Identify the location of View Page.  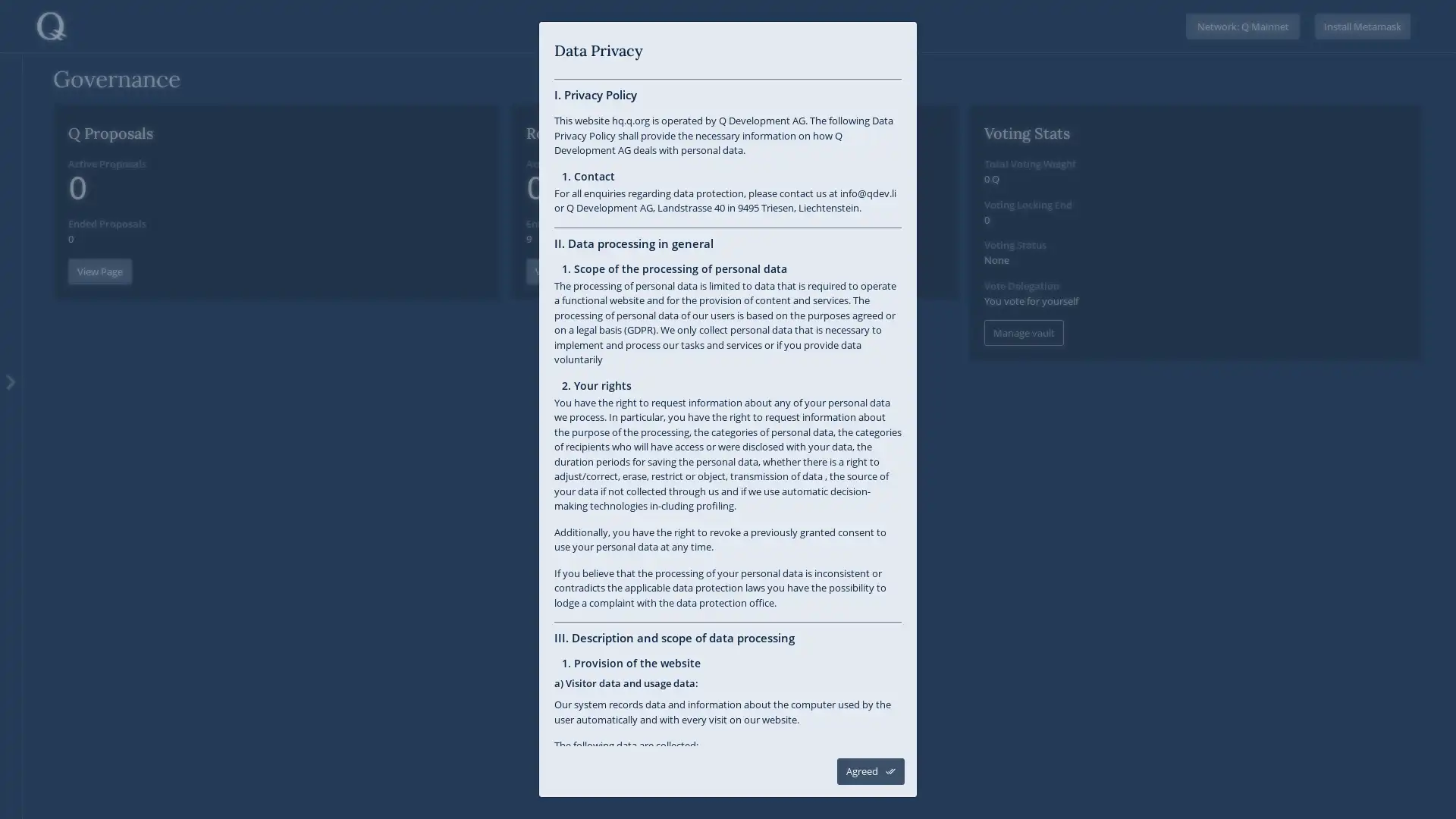
(557, 270).